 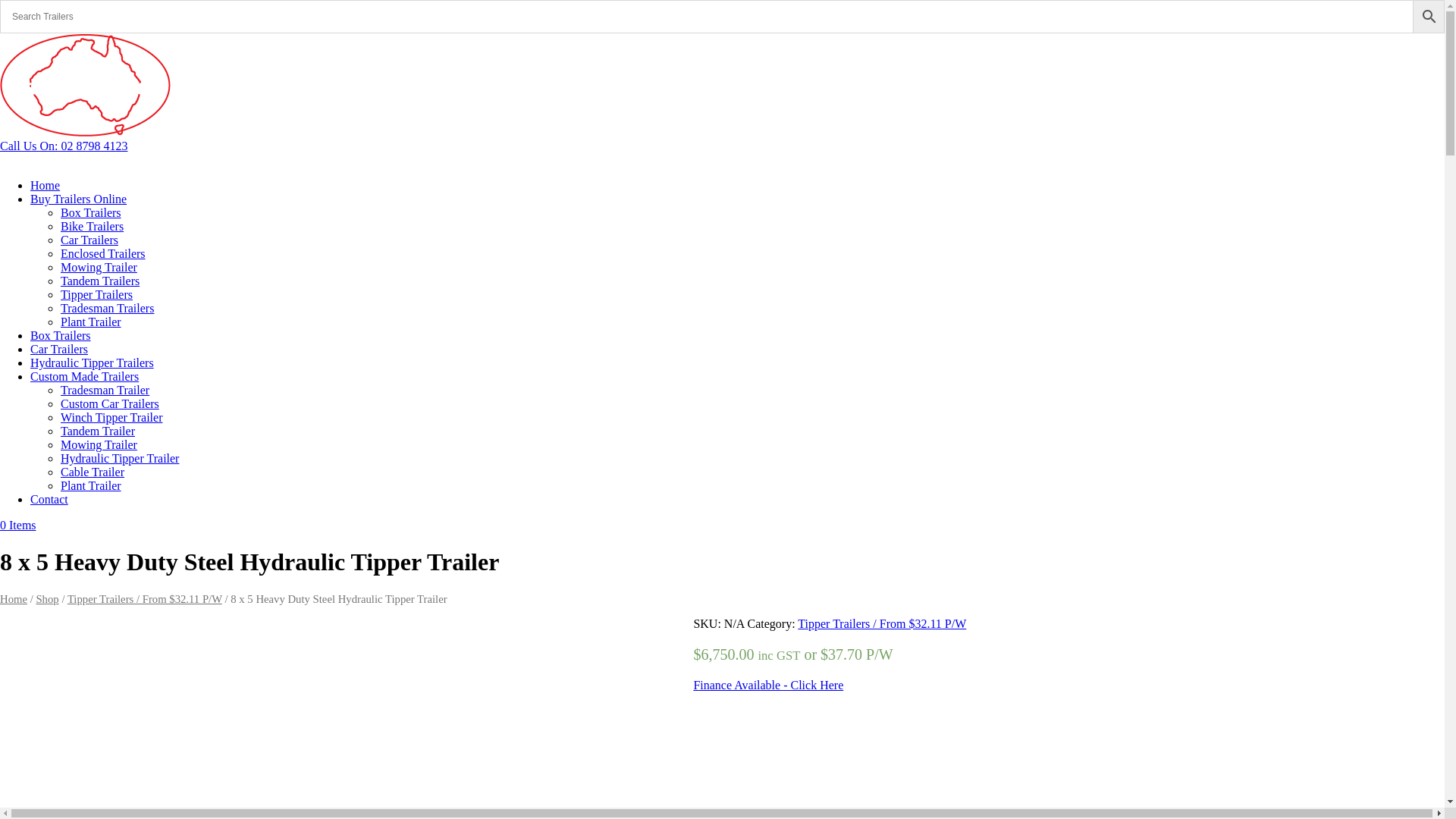 What do you see at coordinates (0, 598) in the screenshot?
I see `'Home'` at bounding box center [0, 598].